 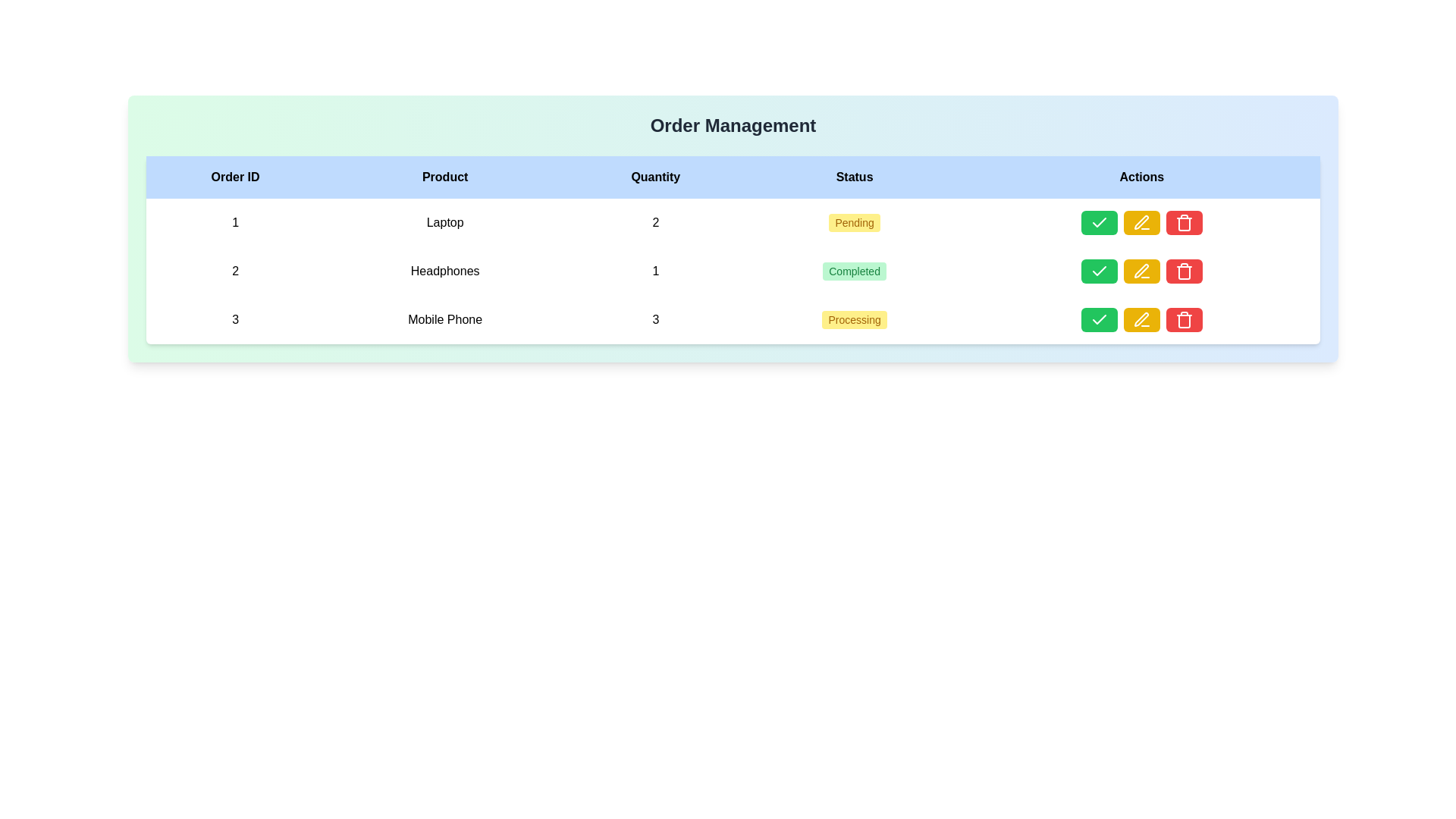 What do you see at coordinates (1099, 222) in the screenshot?
I see `the checkmark icon in the Actions column of the second row to confirm the action` at bounding box center [1099, 222].